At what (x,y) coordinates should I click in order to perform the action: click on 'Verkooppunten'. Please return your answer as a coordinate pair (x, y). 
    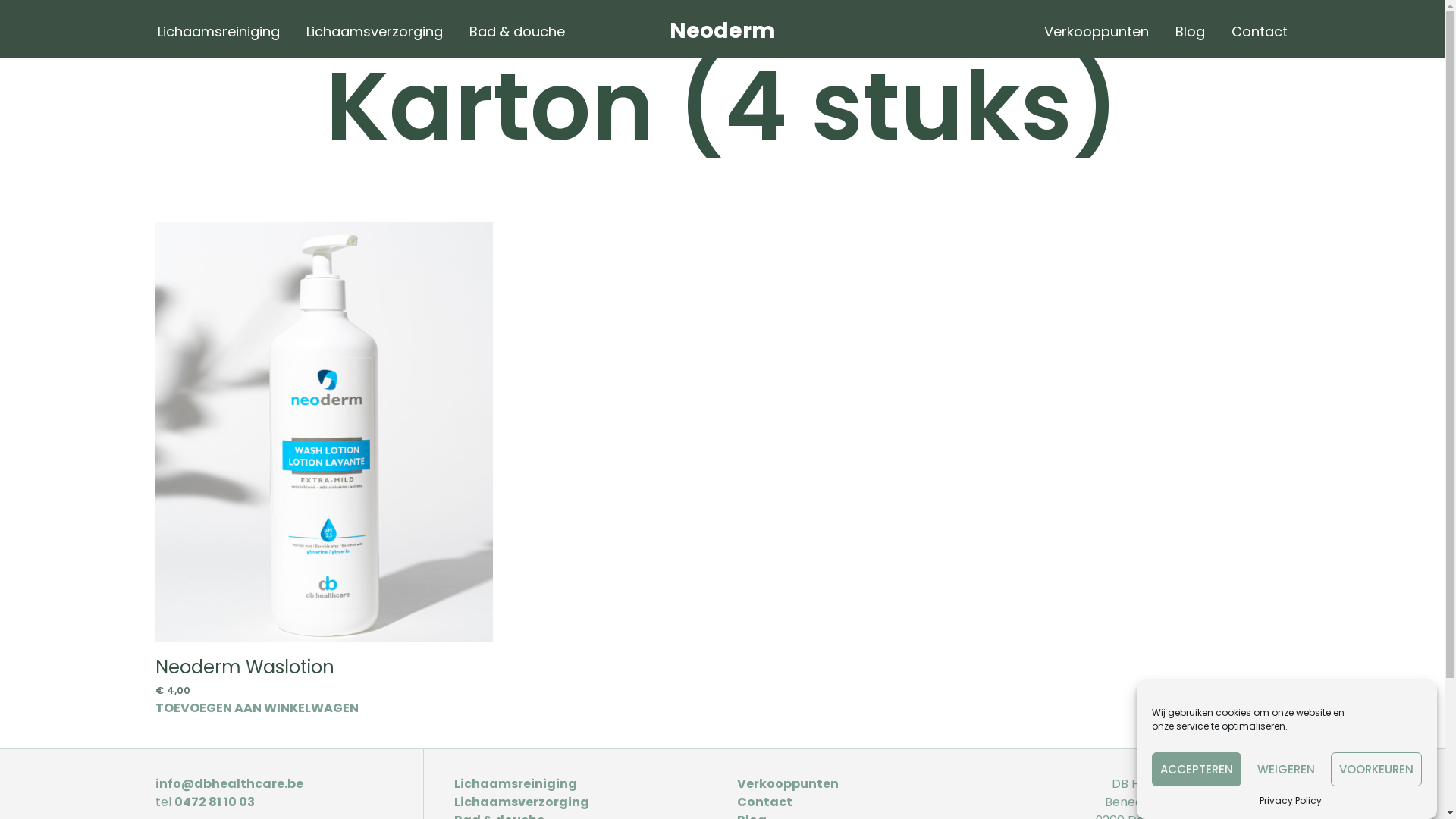
    Looking at the image, I should click on (787, 783).